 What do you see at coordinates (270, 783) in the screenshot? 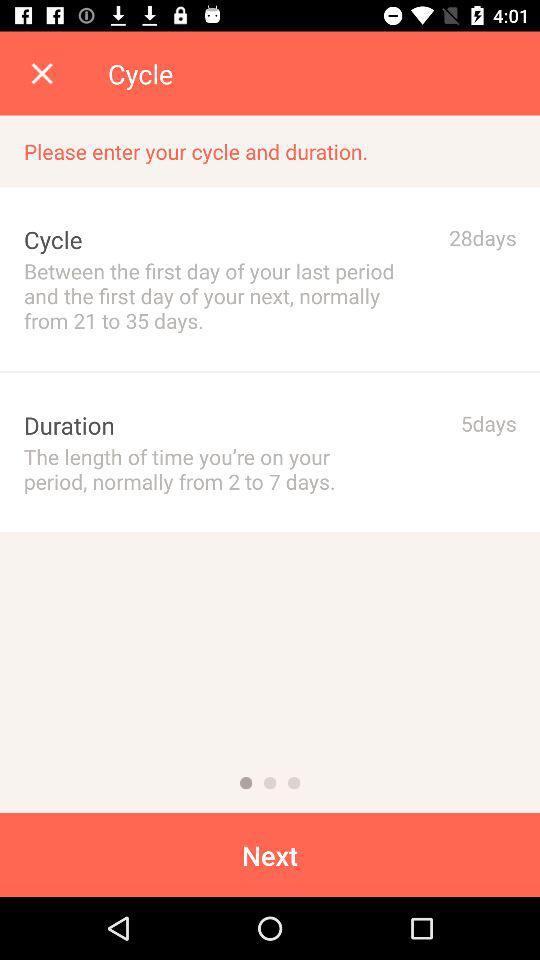
I see `next` at bounding box center [270, 783].